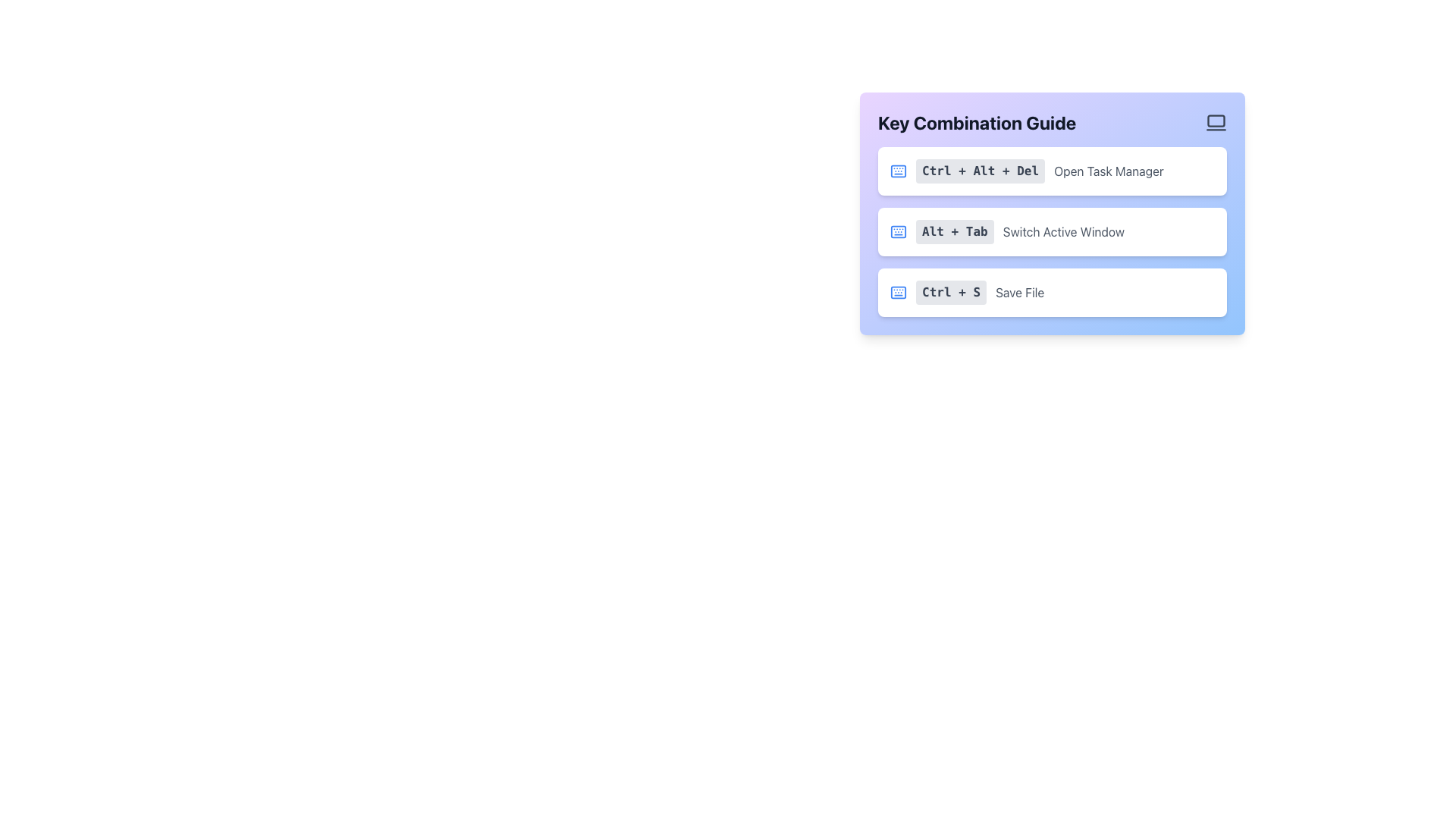 This screenshot has height=819, width=1456. I want to click on the third text label in the 'Key Combination Guide' panel, which describes the action triggered by 'Ctrl + S', so click(1020, 292).